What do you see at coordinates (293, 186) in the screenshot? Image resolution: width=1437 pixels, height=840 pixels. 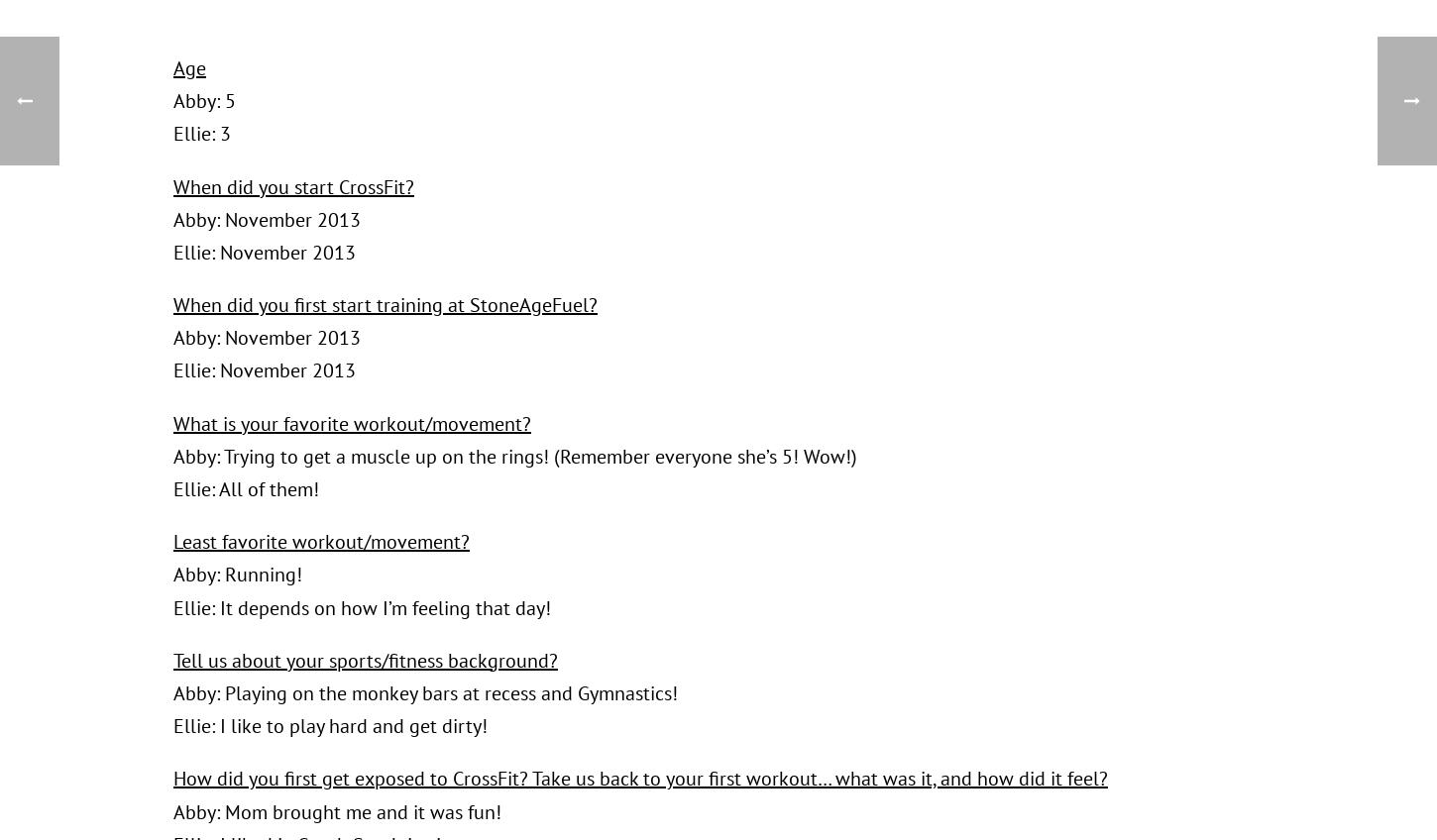 I see `'When did you start CrossFit?'` at bounding box center [293, 186].